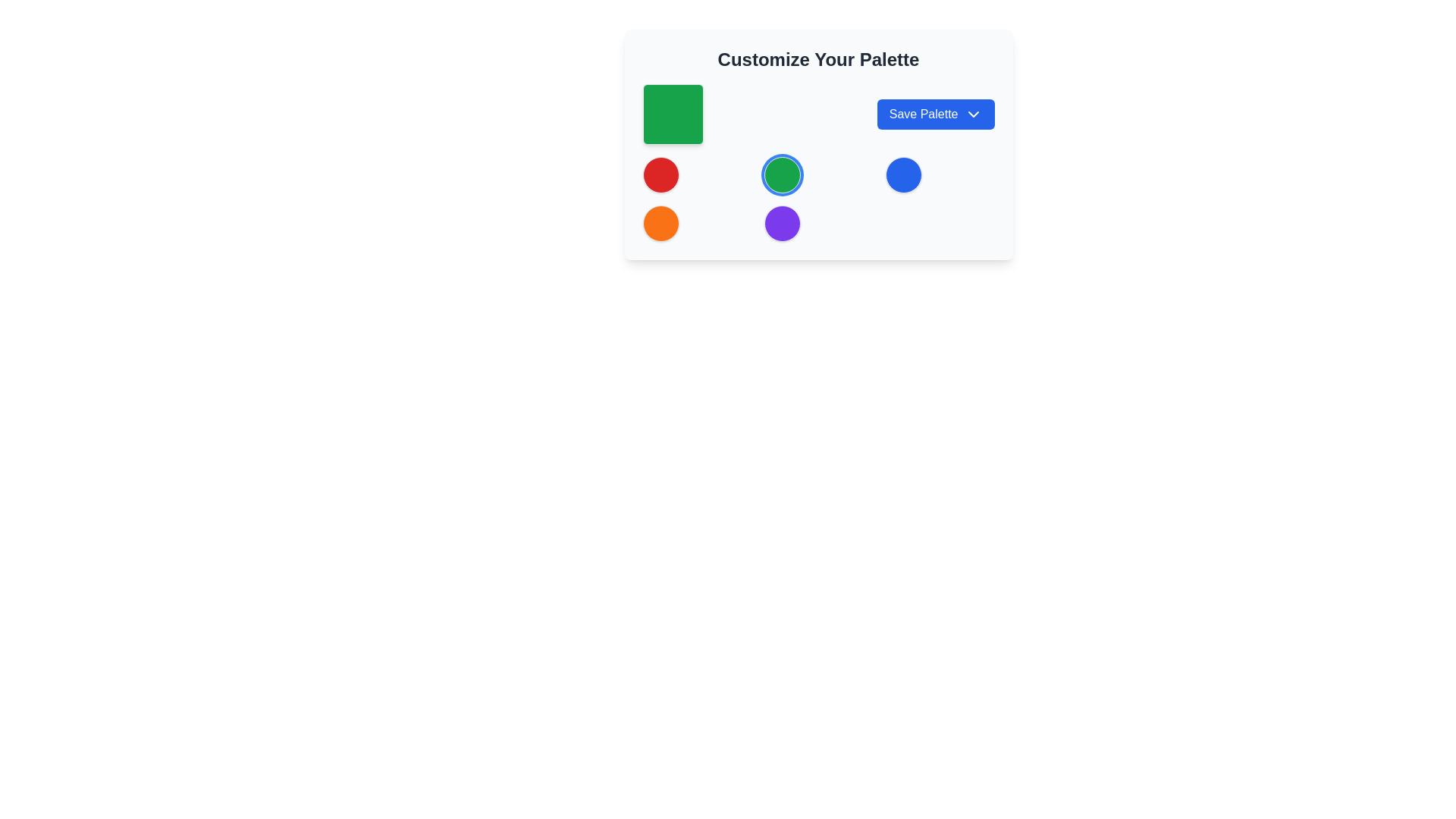  What do you see at coordinates (973, 114) in the screenshot?
I see `the downward-facing chevron icon located at the right end of the 'Save Palette' button` at bounding box center [973, 114].